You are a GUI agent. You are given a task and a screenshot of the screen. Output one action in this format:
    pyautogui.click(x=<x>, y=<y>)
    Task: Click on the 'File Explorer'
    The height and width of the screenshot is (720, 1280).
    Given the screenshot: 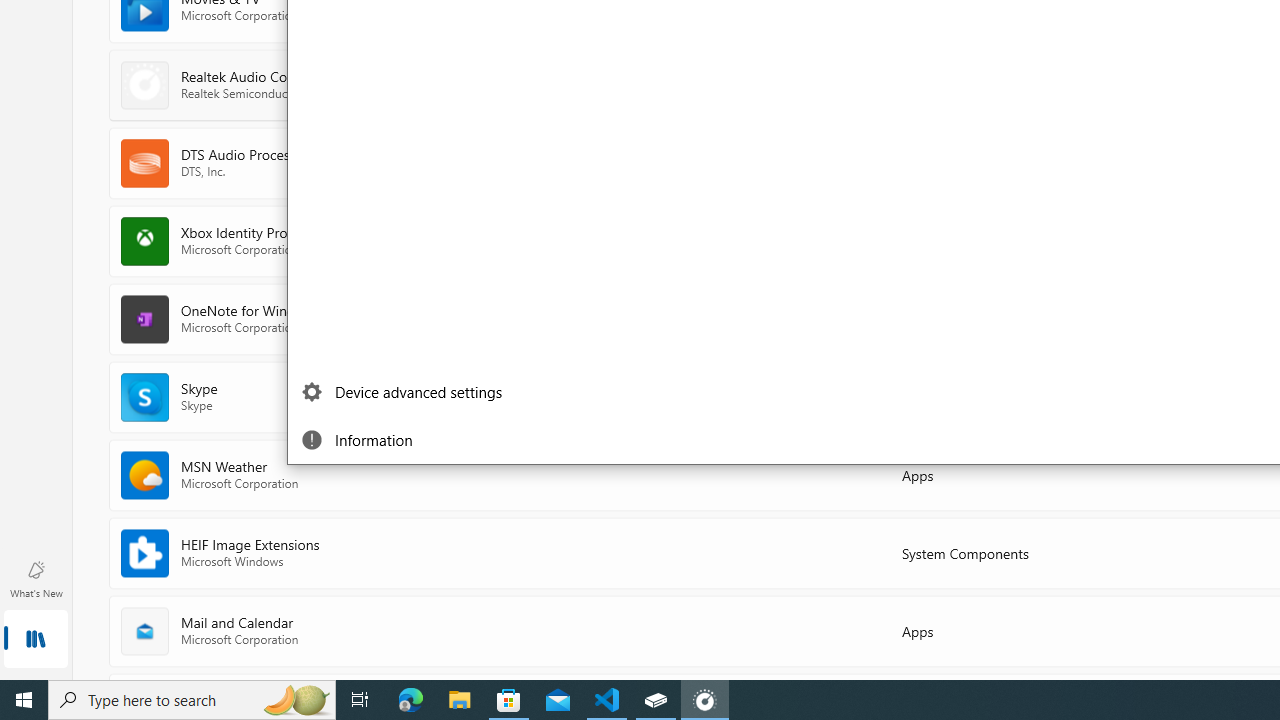 What is the action you would take?
    pyautogui.click(x=459, y=698)
    